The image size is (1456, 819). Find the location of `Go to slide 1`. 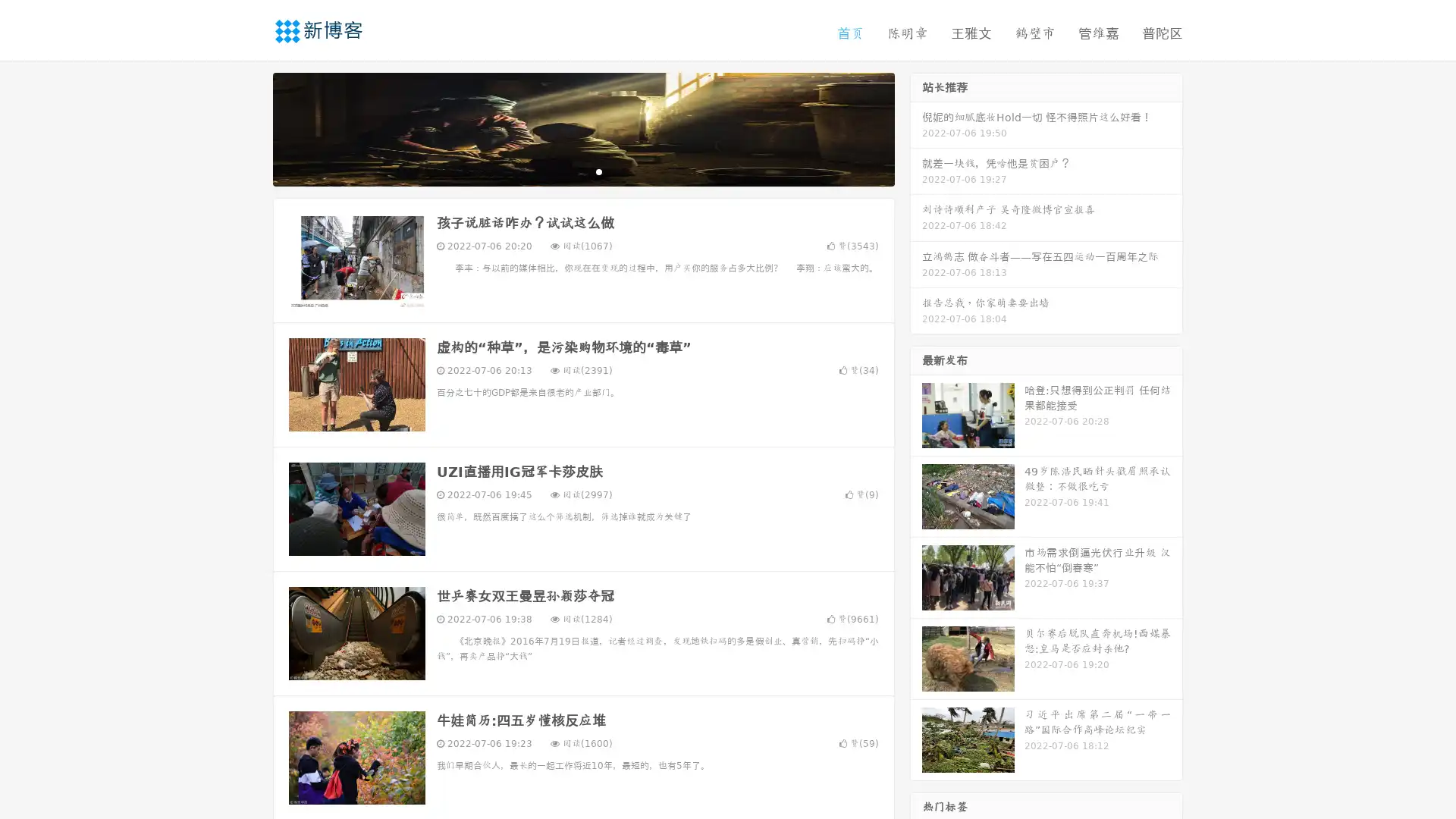

Go to slide 1 is located at coordinates (567, 171).